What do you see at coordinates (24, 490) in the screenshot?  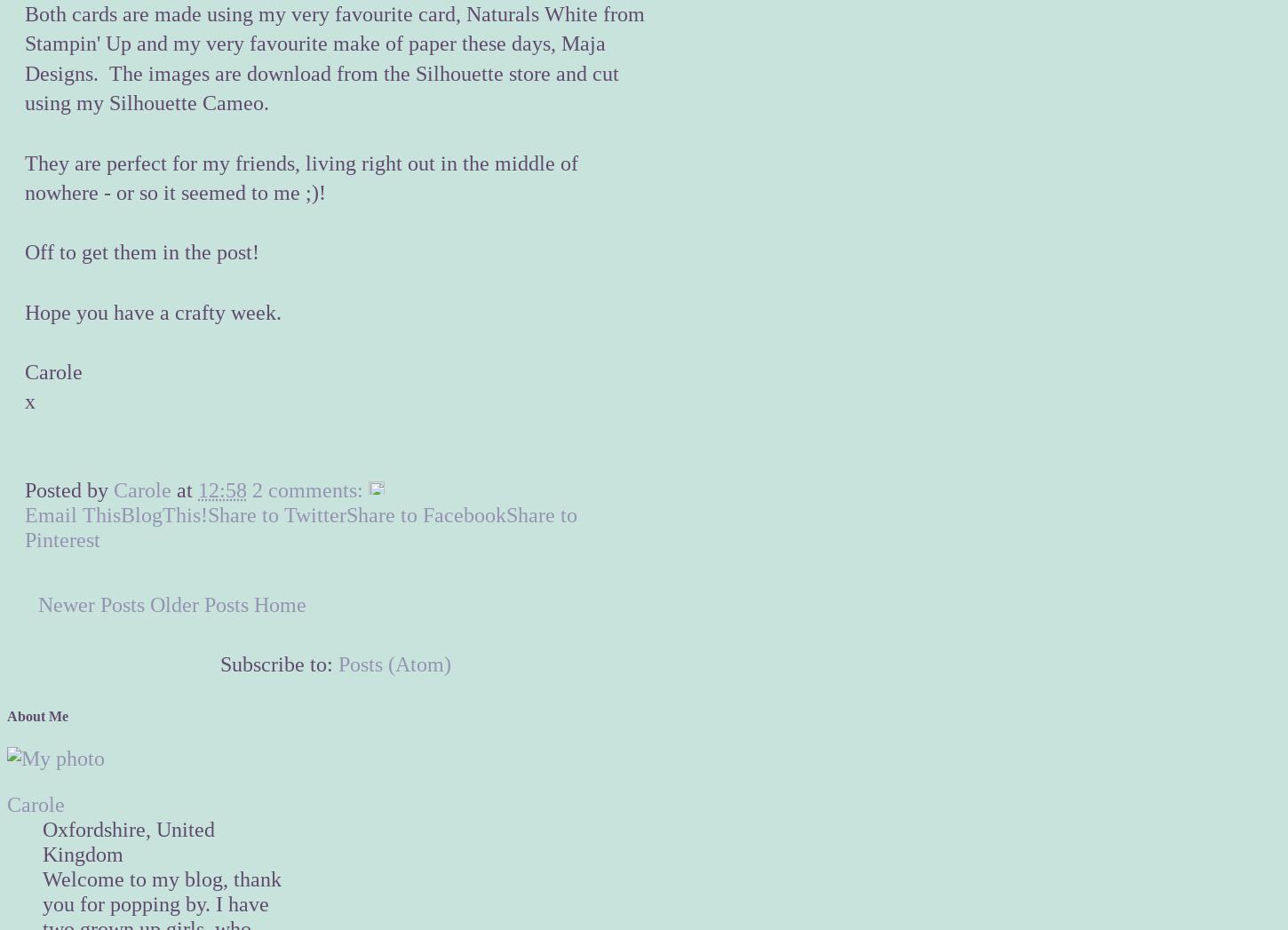 I see `'Posted by'` at bounding box center [24, 490].